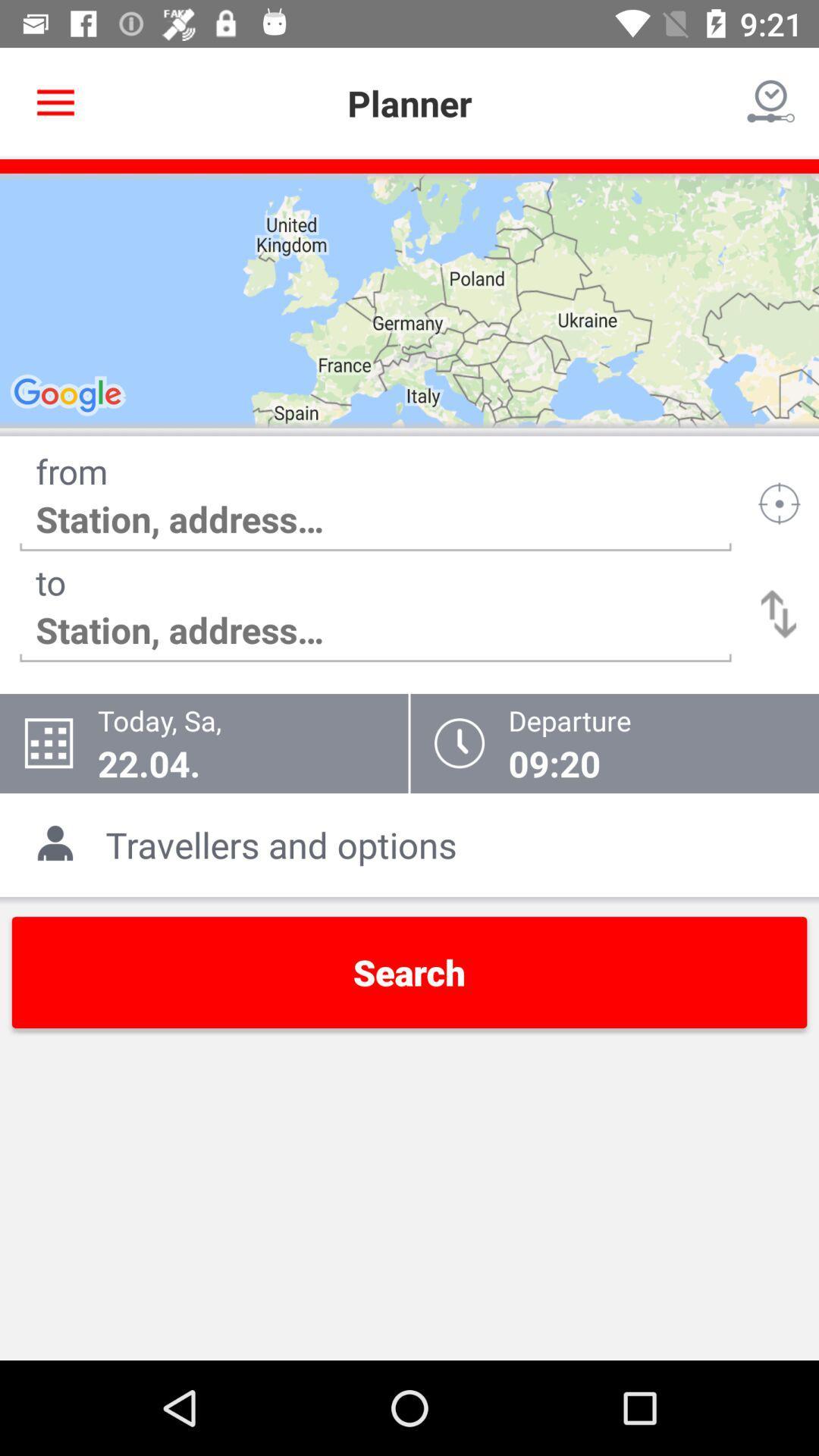  I want to click on the search icon, so click(409, 972).